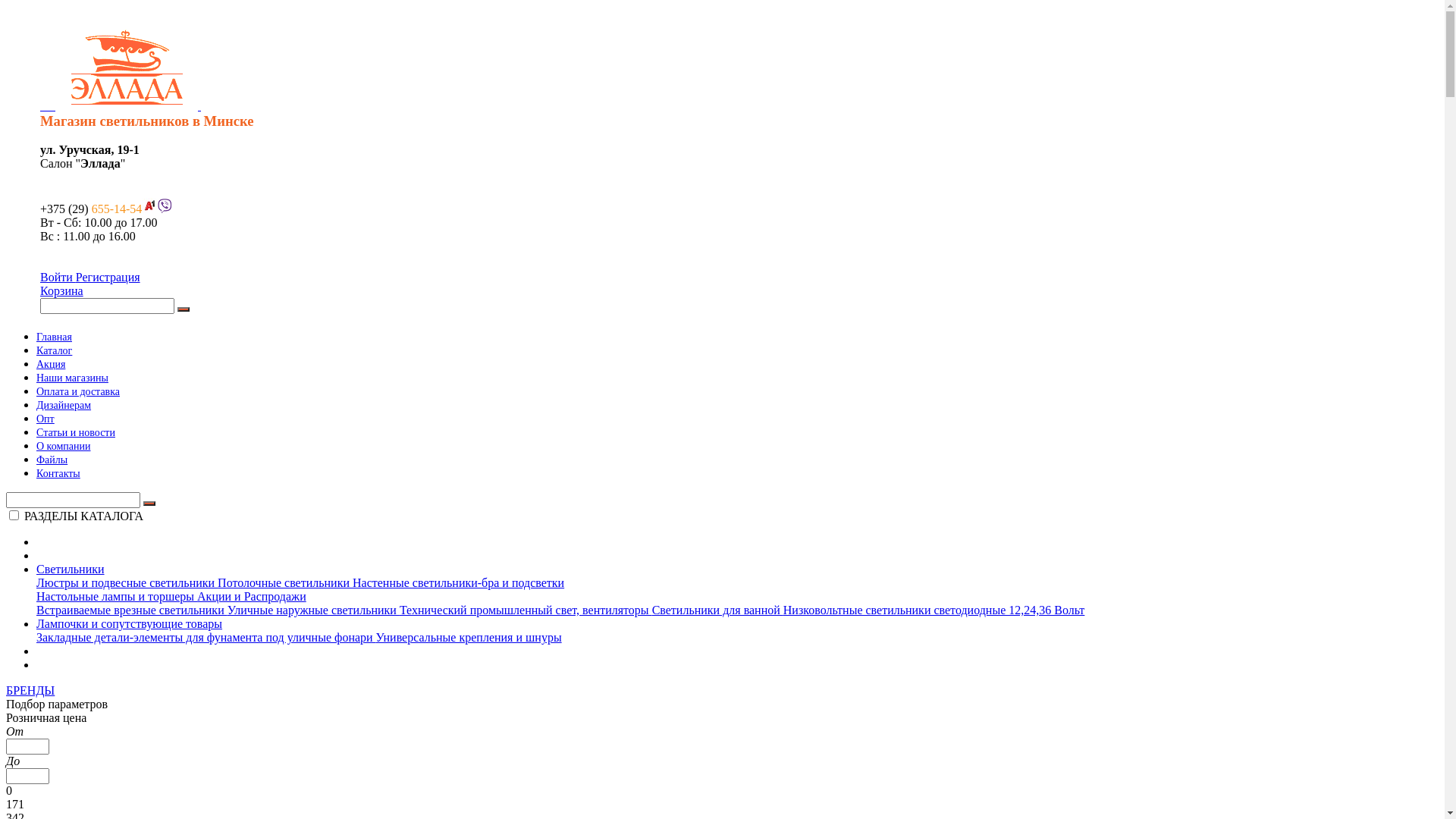 Image resolution: width=1456 pixels, height=819 pixels. I want to click on 'viber_PNG41.png', so click(164, 206).